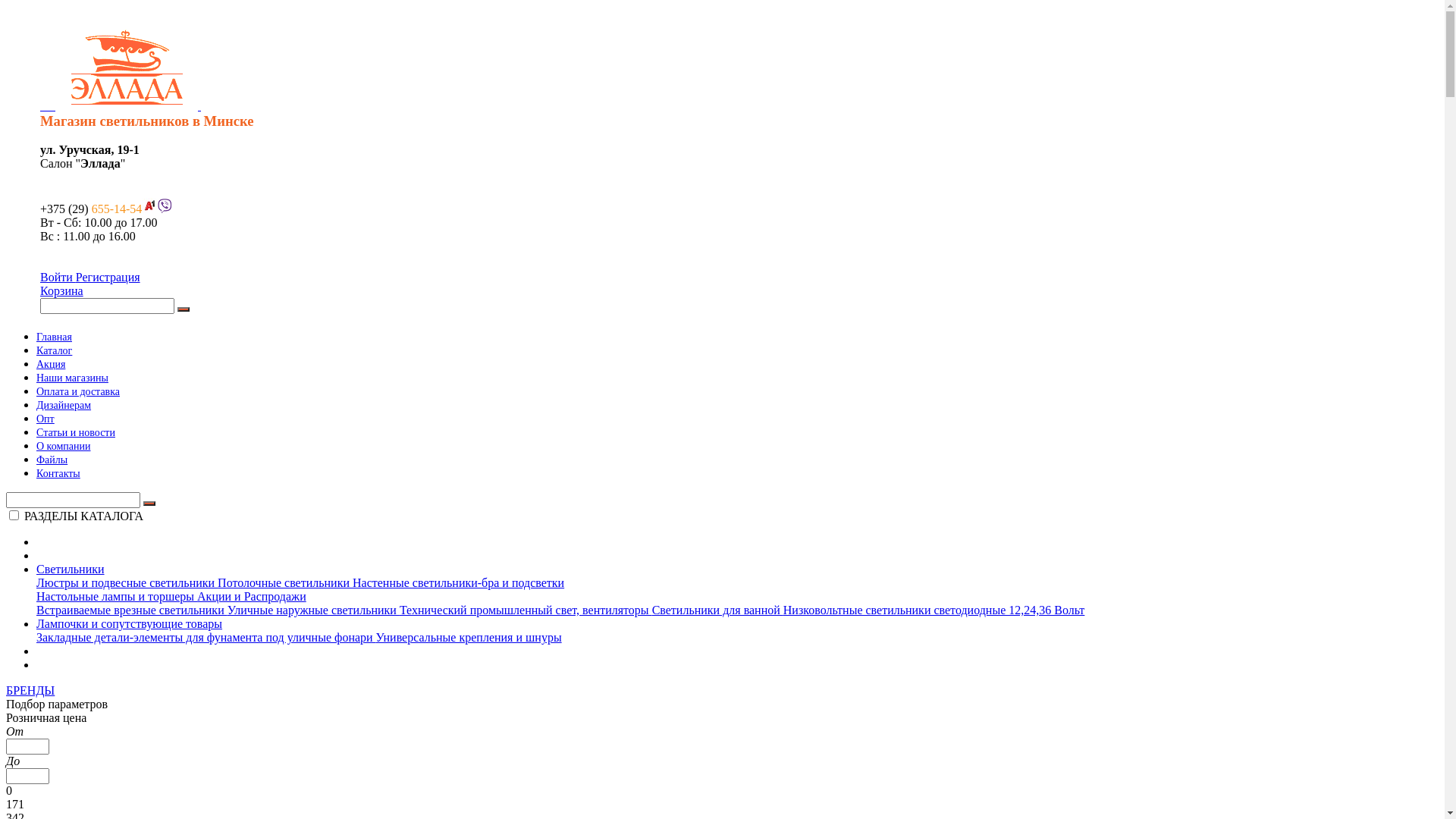 Image resolution: width=1456 pixels, height=819 pixels. I want to click on 'viber_PNG41.png', so click(164, 206).